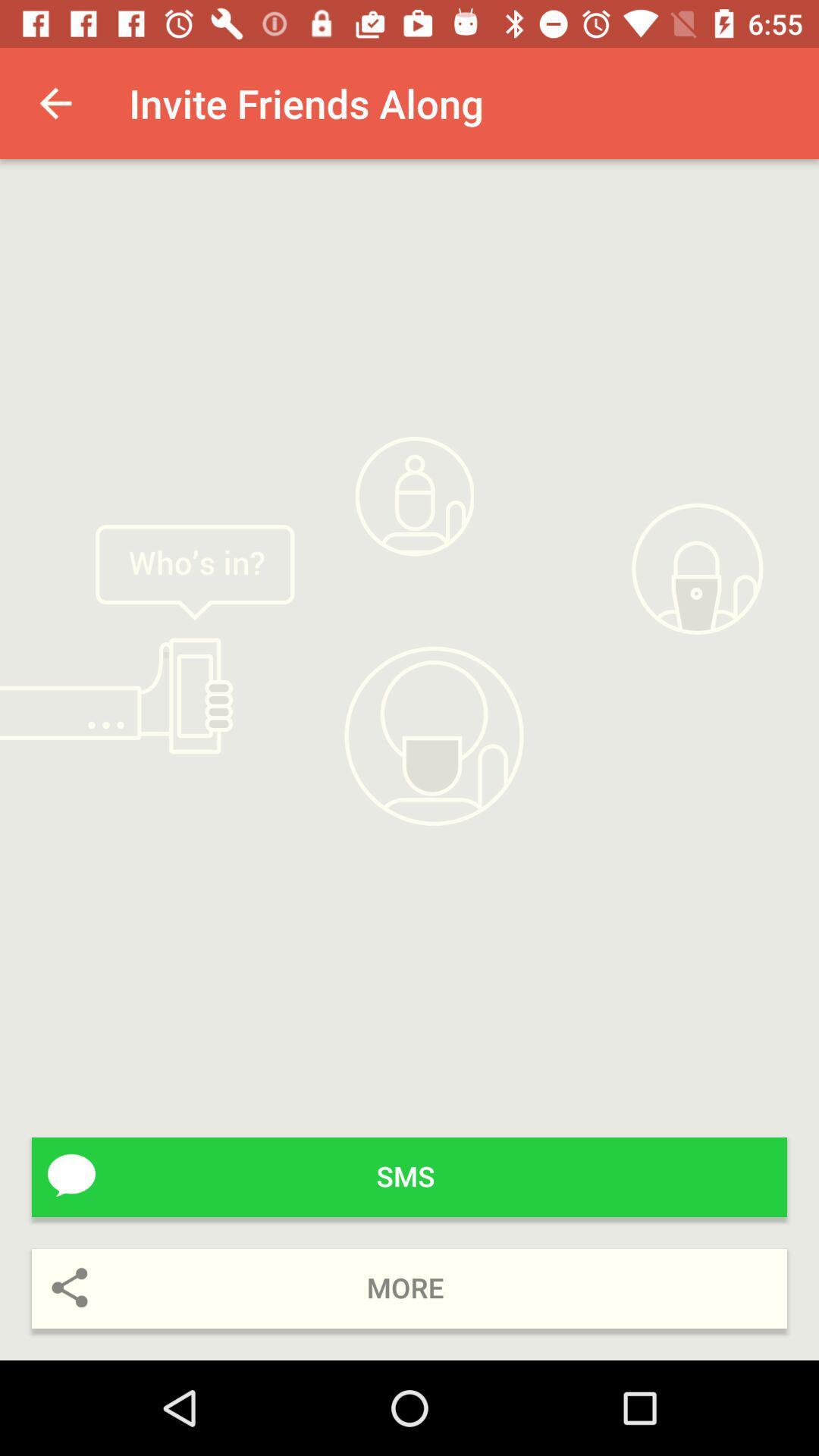  Describe the element at coordinates (409, 1288) in the screenshot. I see `the icon below sms` at that location.